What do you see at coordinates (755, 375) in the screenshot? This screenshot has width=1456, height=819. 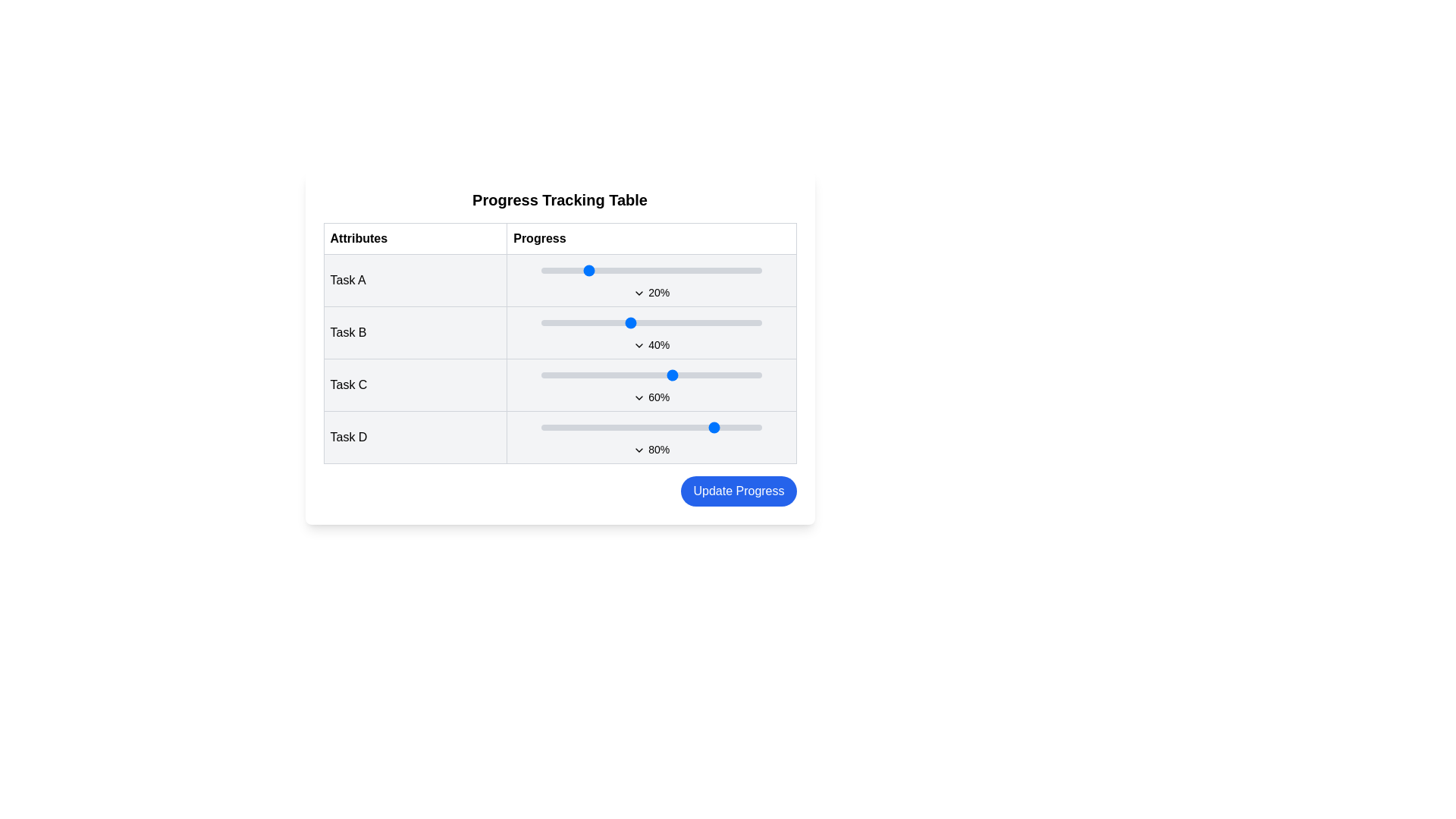 I see `the progress level` at bounding box center [755, 375].